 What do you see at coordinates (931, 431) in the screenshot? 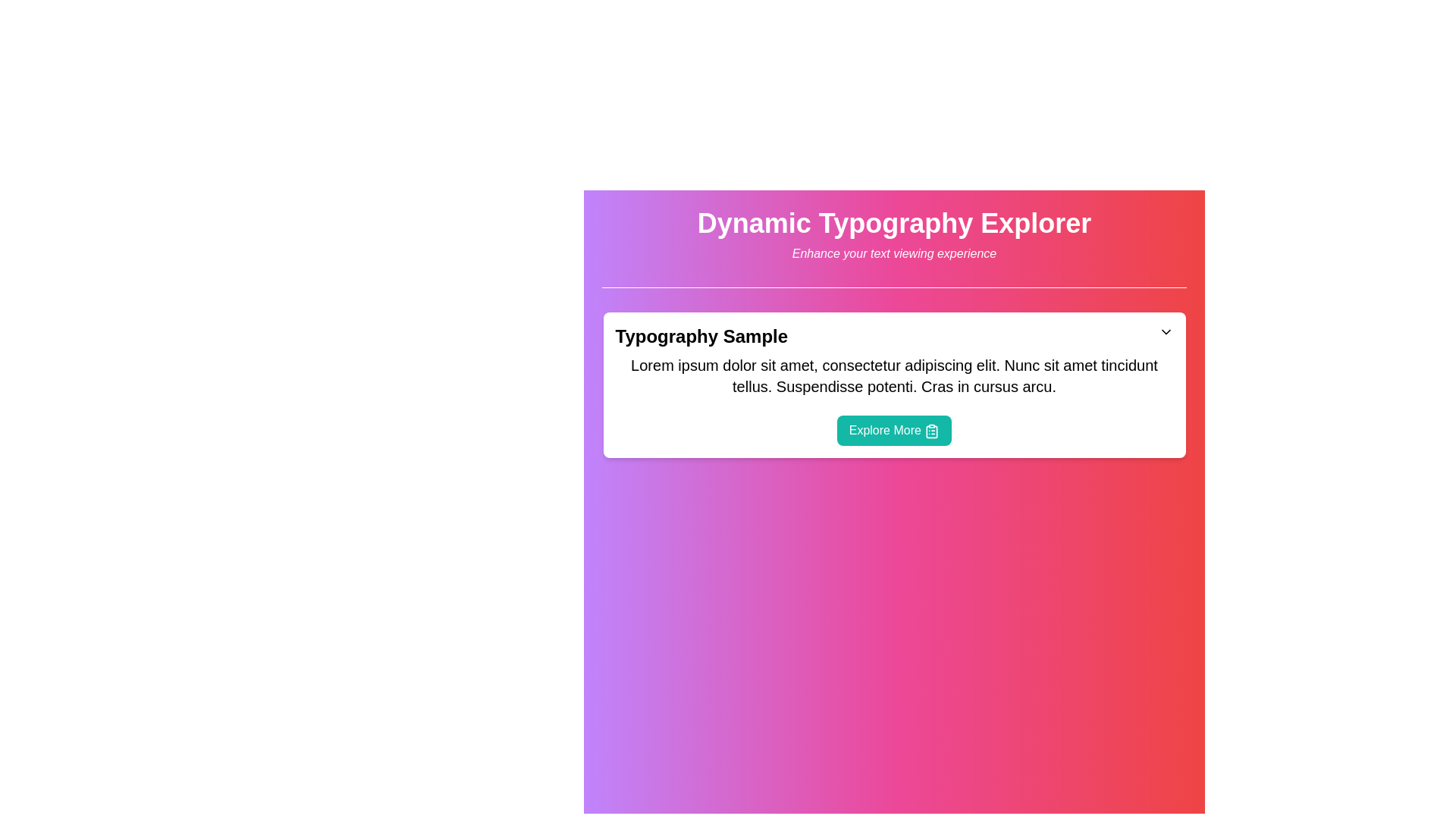
I see `SVG properties of the decorative vector graphic representing the clipboard icon located inside the 'Explore More' button` at bounding box center [931, 431].